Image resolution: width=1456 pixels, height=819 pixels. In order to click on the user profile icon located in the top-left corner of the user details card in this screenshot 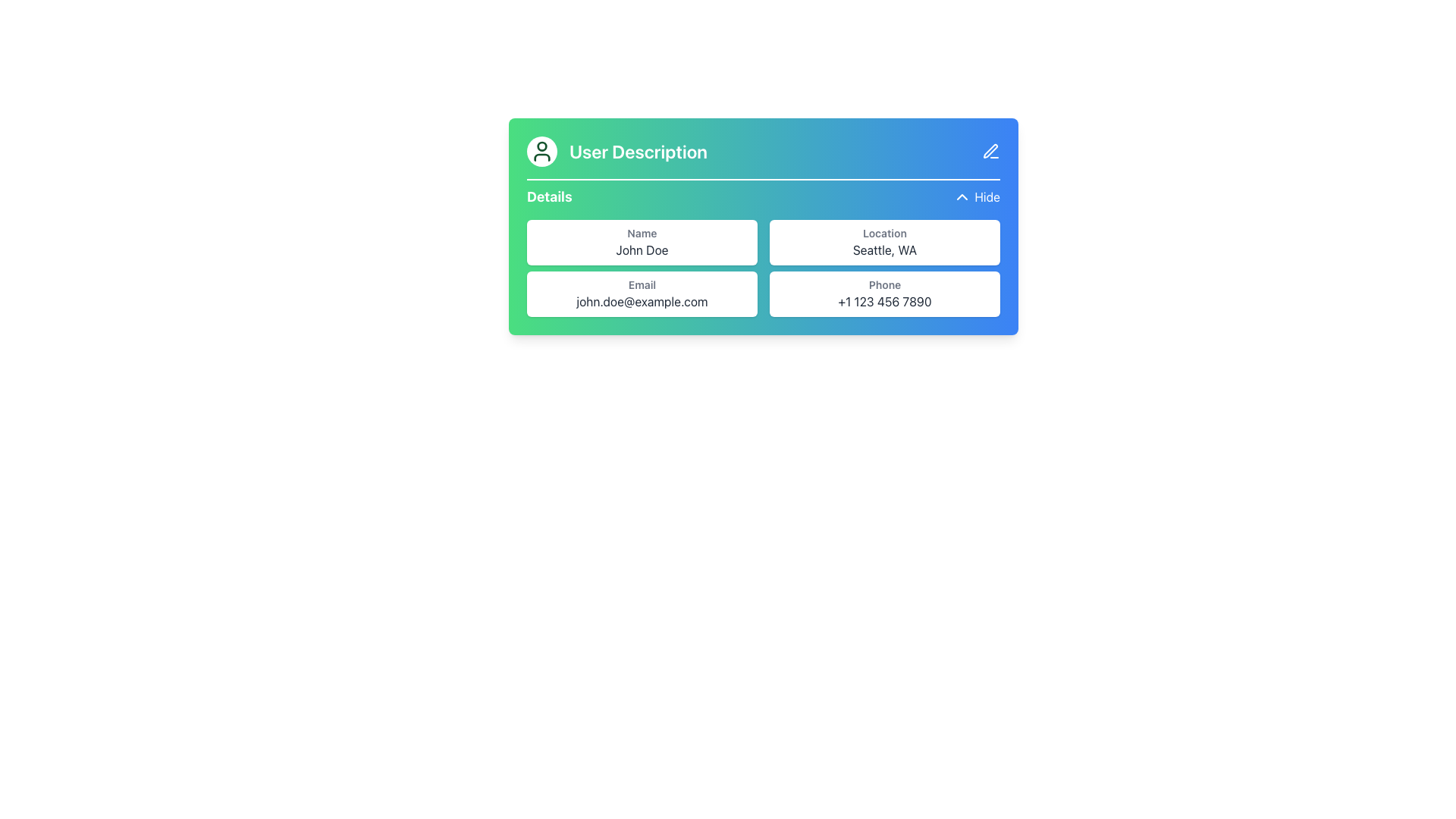, I will do `click(542, 152)`.